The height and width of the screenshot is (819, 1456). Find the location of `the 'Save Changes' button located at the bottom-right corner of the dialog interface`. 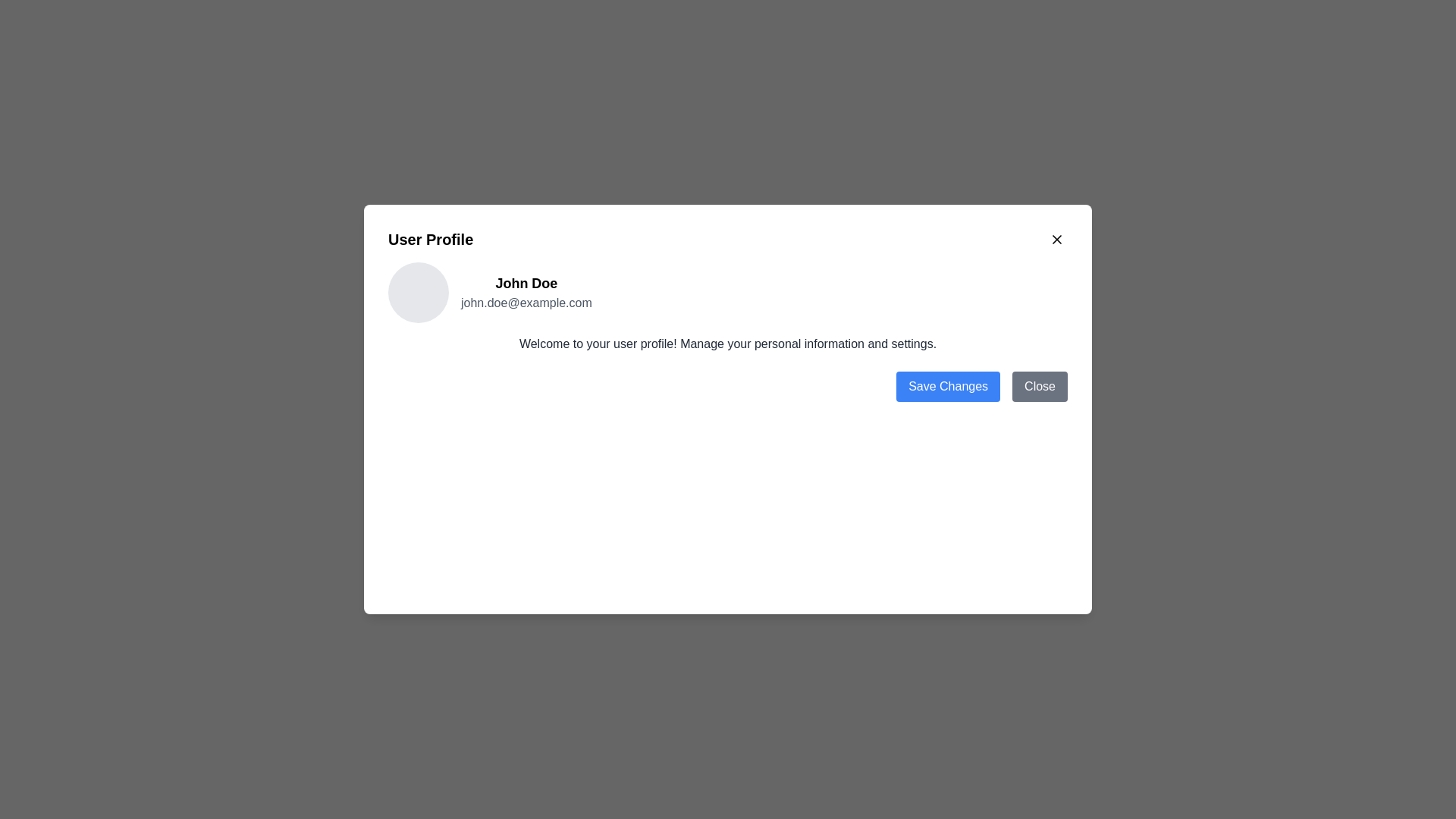

the 'Save Changes' button located at the bottom-right corner of the dialog interface is located at coordinates (947, 385).